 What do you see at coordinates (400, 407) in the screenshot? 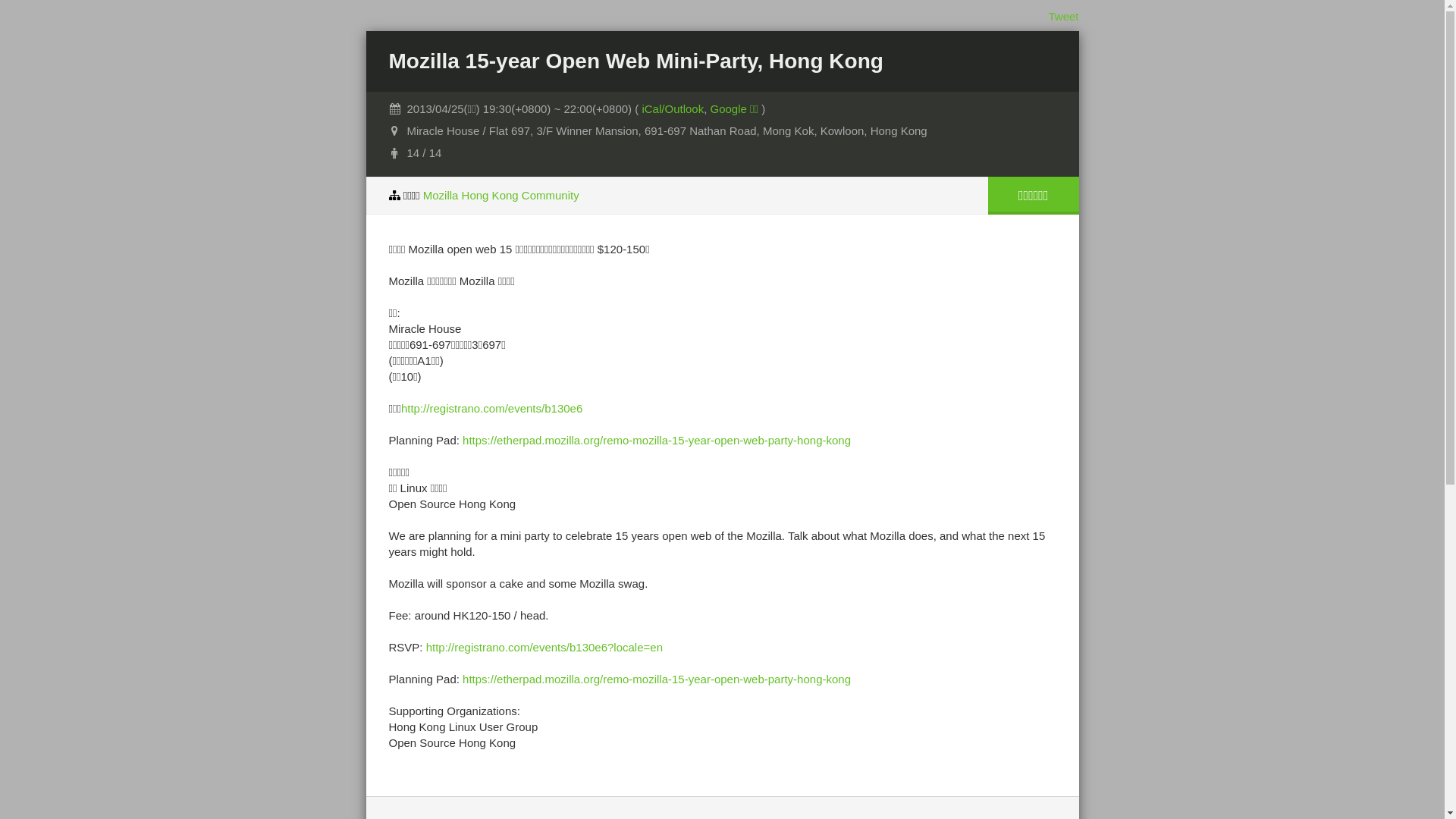
I see `'http://registrano.com/events/b130e6'` at bounding box center [400, 407].